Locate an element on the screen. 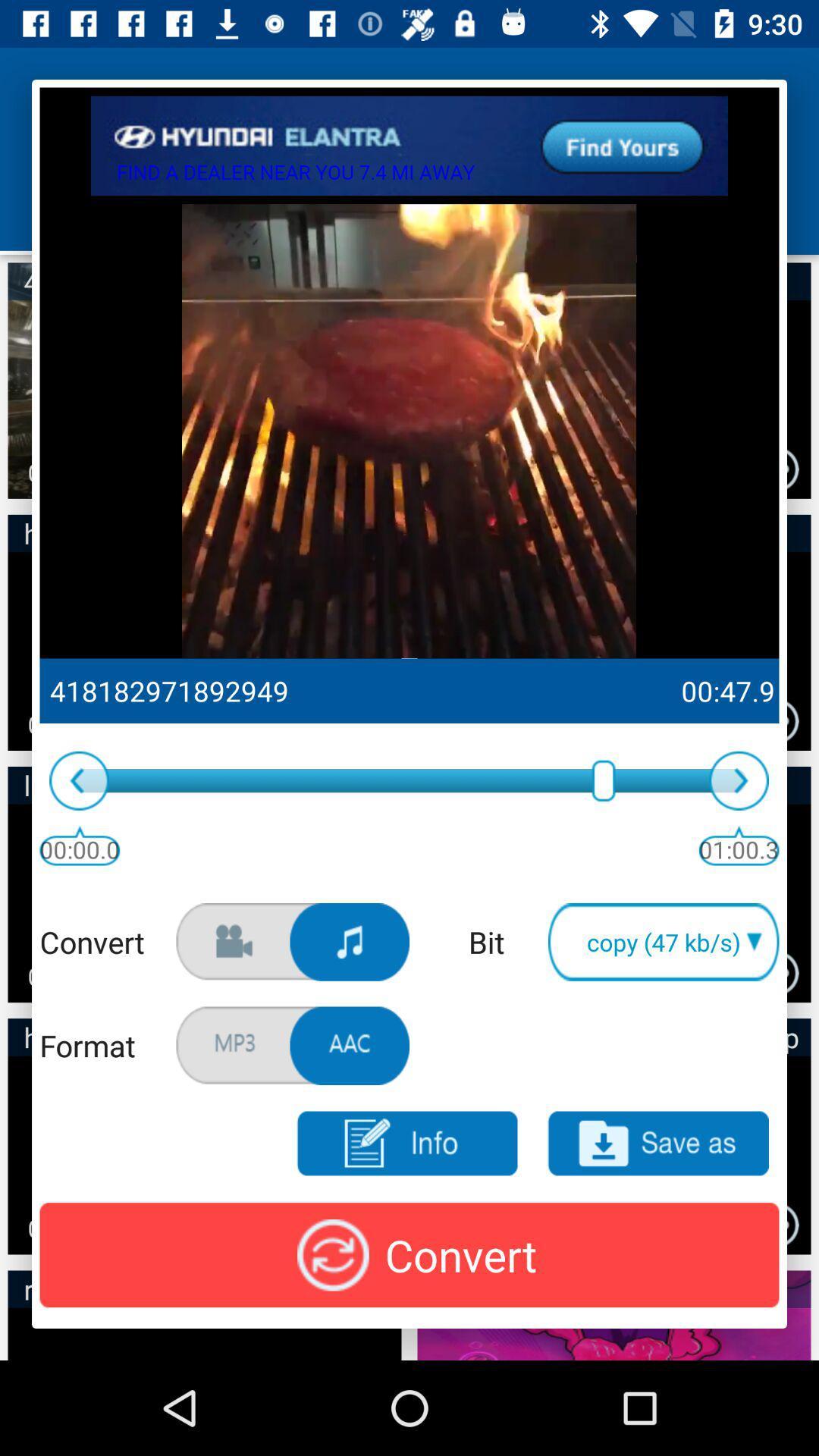  shows hyundai elantra option is located at coordinates (409, 146).